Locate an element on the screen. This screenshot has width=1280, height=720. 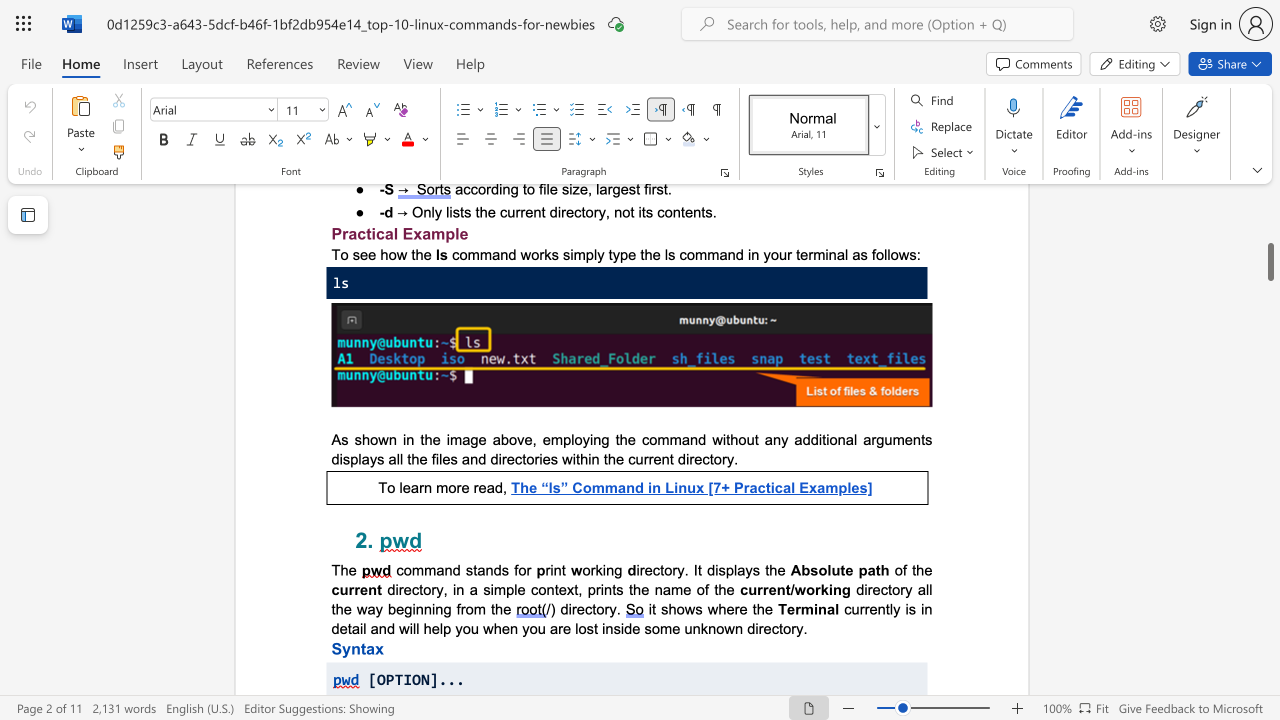
the subset text "e files and directories within the current directory." within the text "arguments displays all the files and directories within the current directory." is located at coordinates (418, 459).